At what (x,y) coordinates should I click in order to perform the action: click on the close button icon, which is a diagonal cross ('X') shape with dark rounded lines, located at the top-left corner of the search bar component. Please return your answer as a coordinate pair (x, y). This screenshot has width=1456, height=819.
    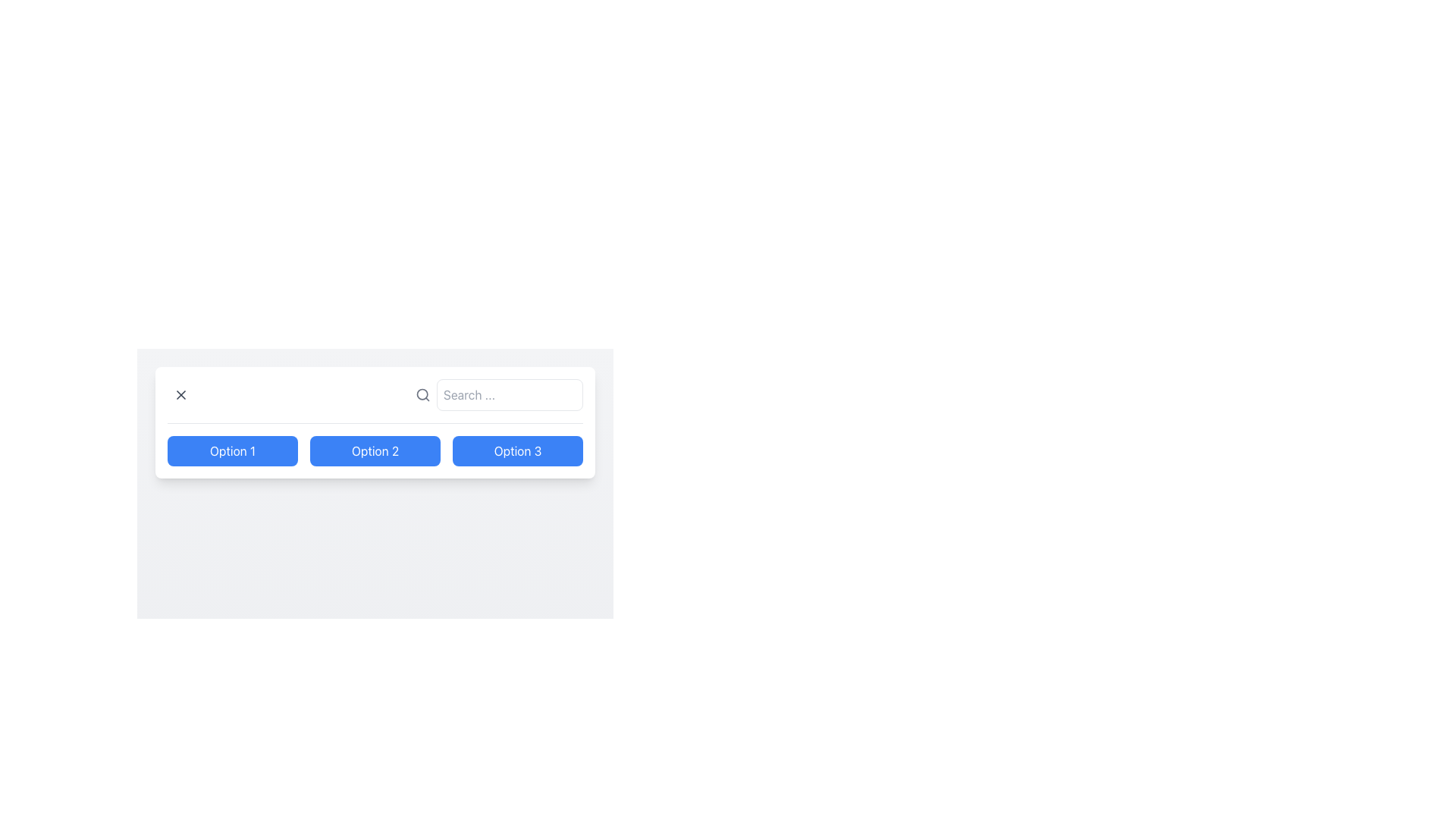
    Looking at the image, I should click on (181, 394).